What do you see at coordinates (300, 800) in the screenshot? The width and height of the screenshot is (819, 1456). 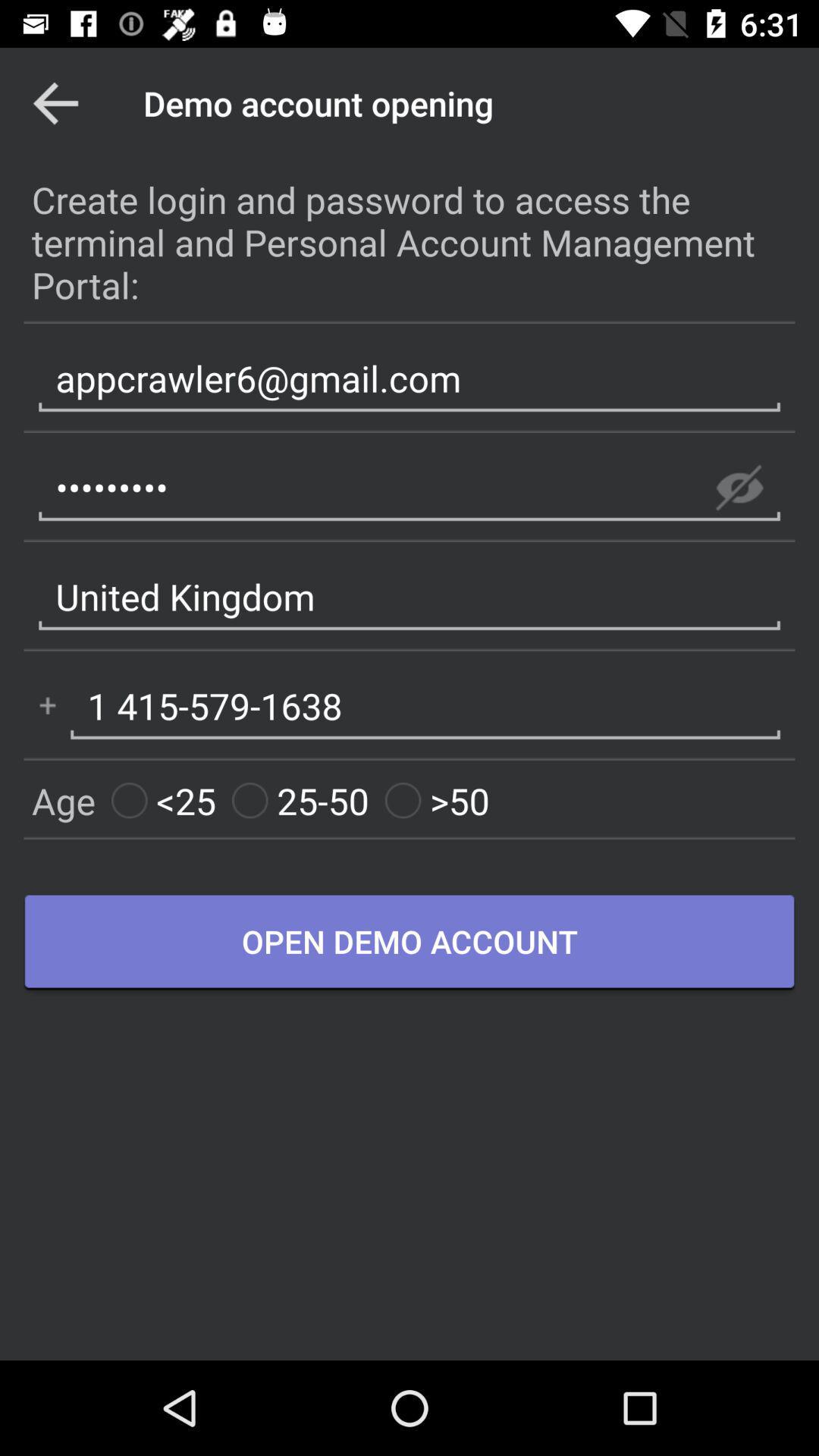 I see `item next to <25 icon` at bounding box center [300, 800].